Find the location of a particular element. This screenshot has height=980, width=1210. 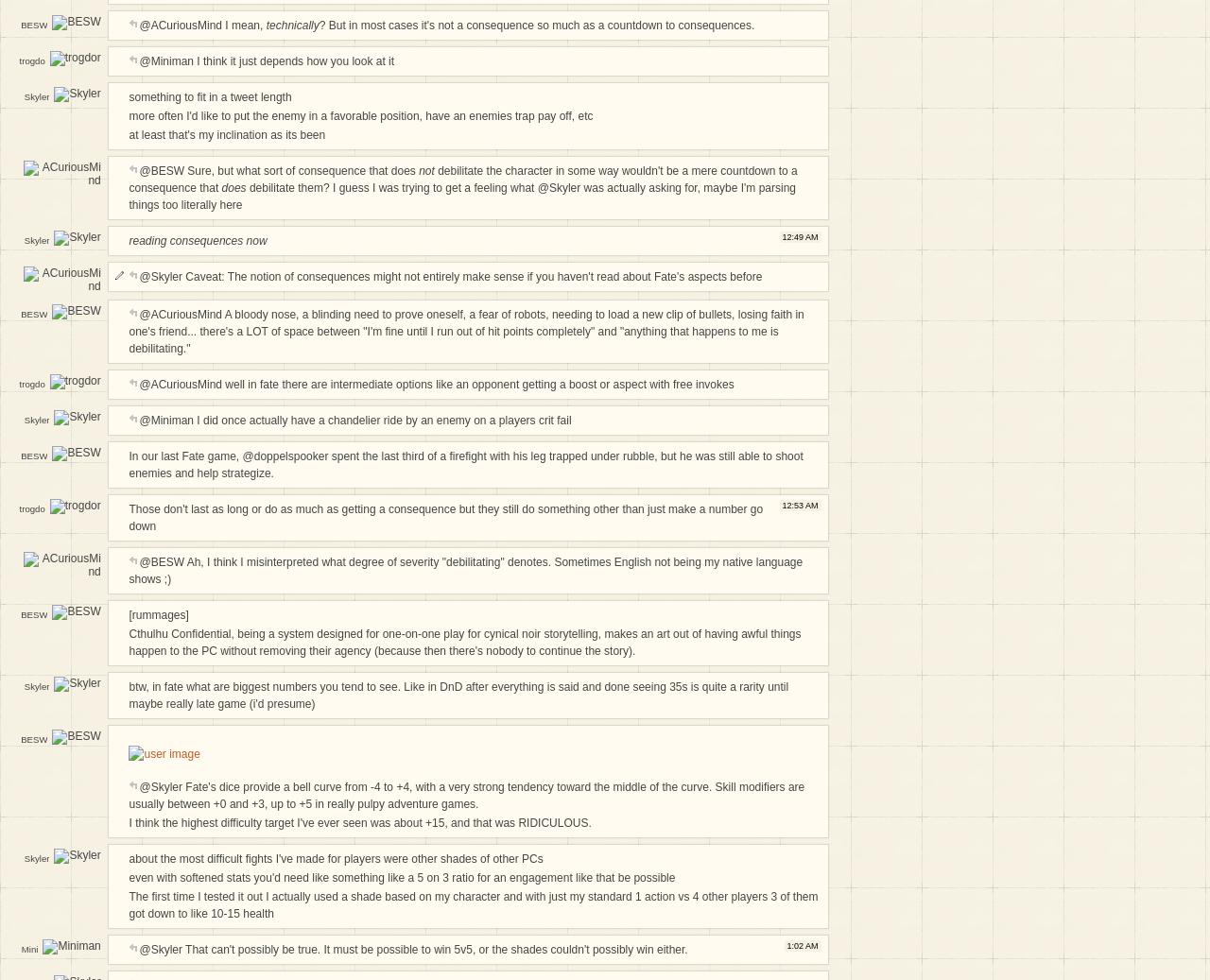

'@ACuriousMind I mean,' is located at coordinates (137, 24).